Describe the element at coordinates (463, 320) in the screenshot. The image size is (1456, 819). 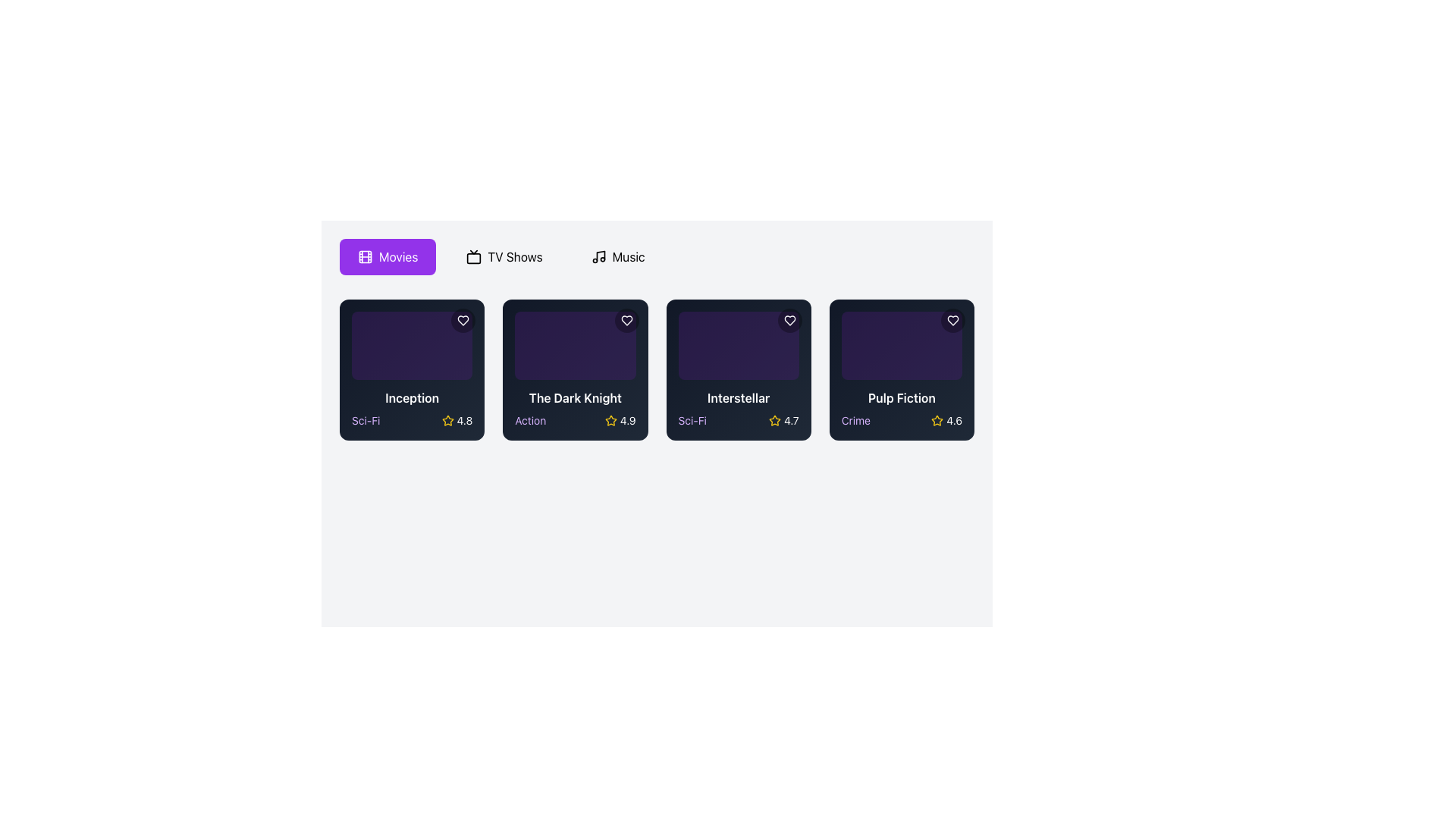
I see `the heart-shaped icon in the top-right corner of the 'Inception' movie card to trigger the tooltip or animation` at that location.